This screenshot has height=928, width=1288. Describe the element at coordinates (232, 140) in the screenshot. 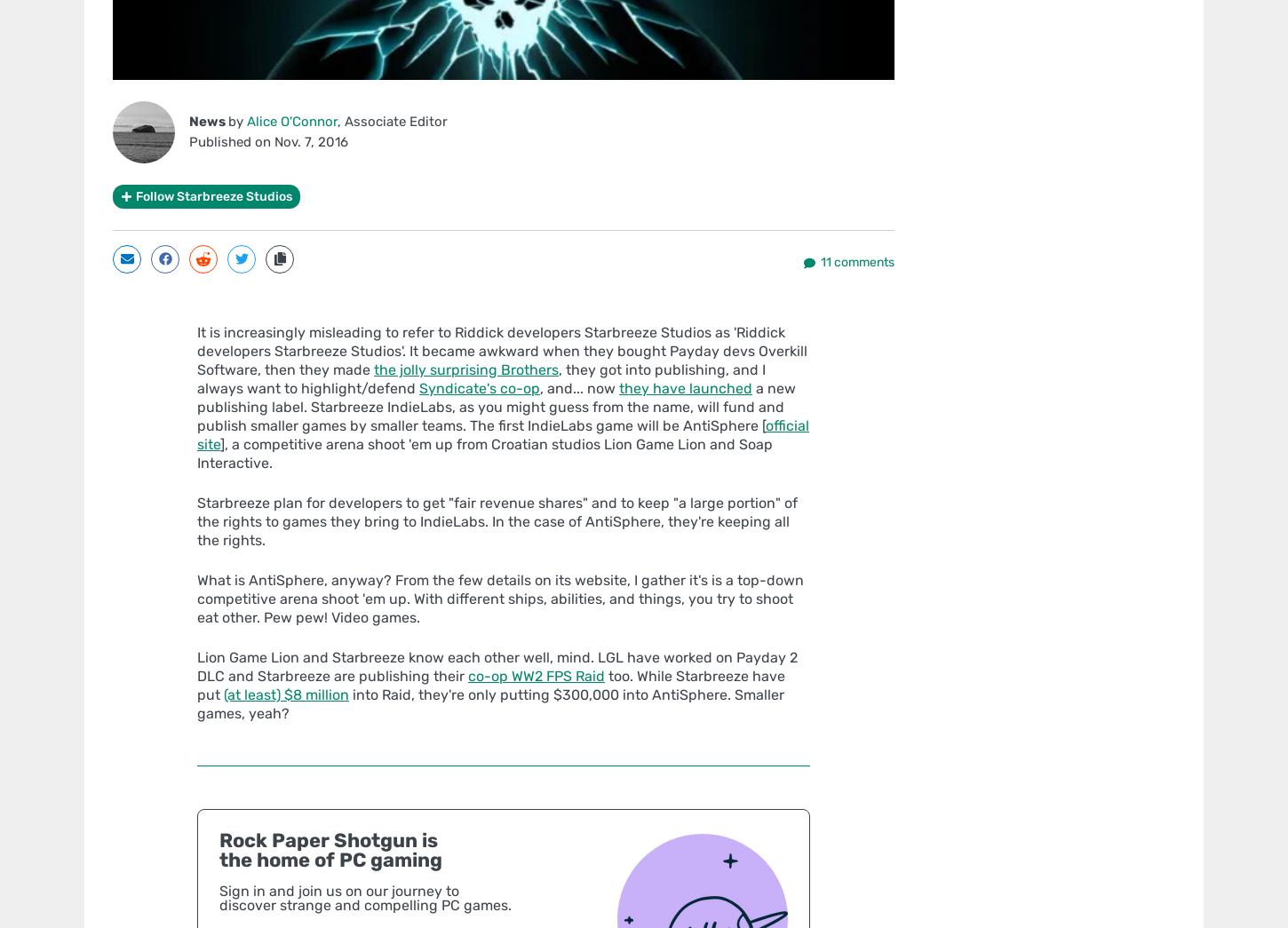

I see `'Published on'` at that location.